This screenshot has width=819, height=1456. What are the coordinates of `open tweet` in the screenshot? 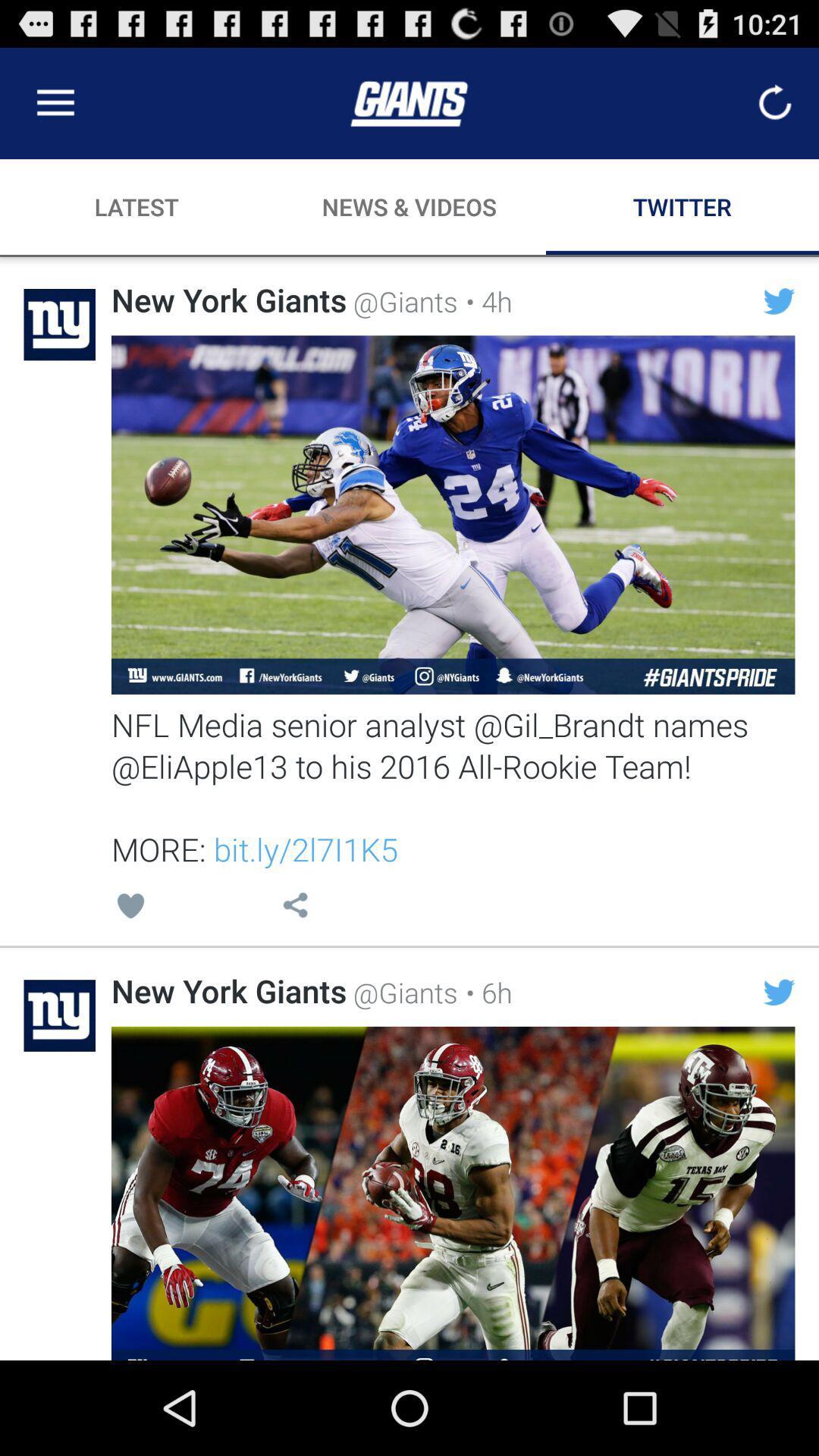 It's located at (452, 1192).